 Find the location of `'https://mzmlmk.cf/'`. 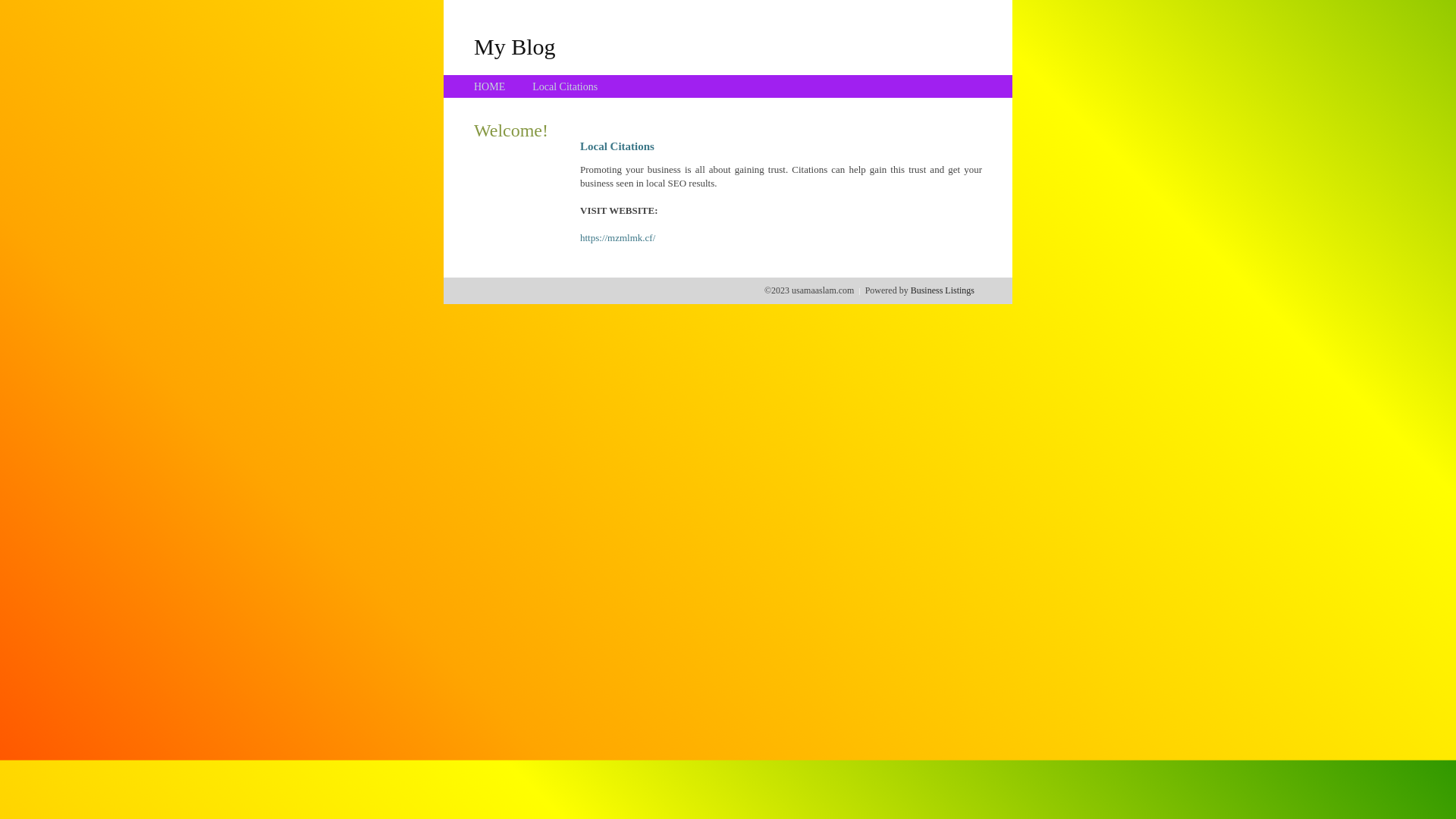

'https://mzmlmk.cf/' is located at coordinates (579, 237).